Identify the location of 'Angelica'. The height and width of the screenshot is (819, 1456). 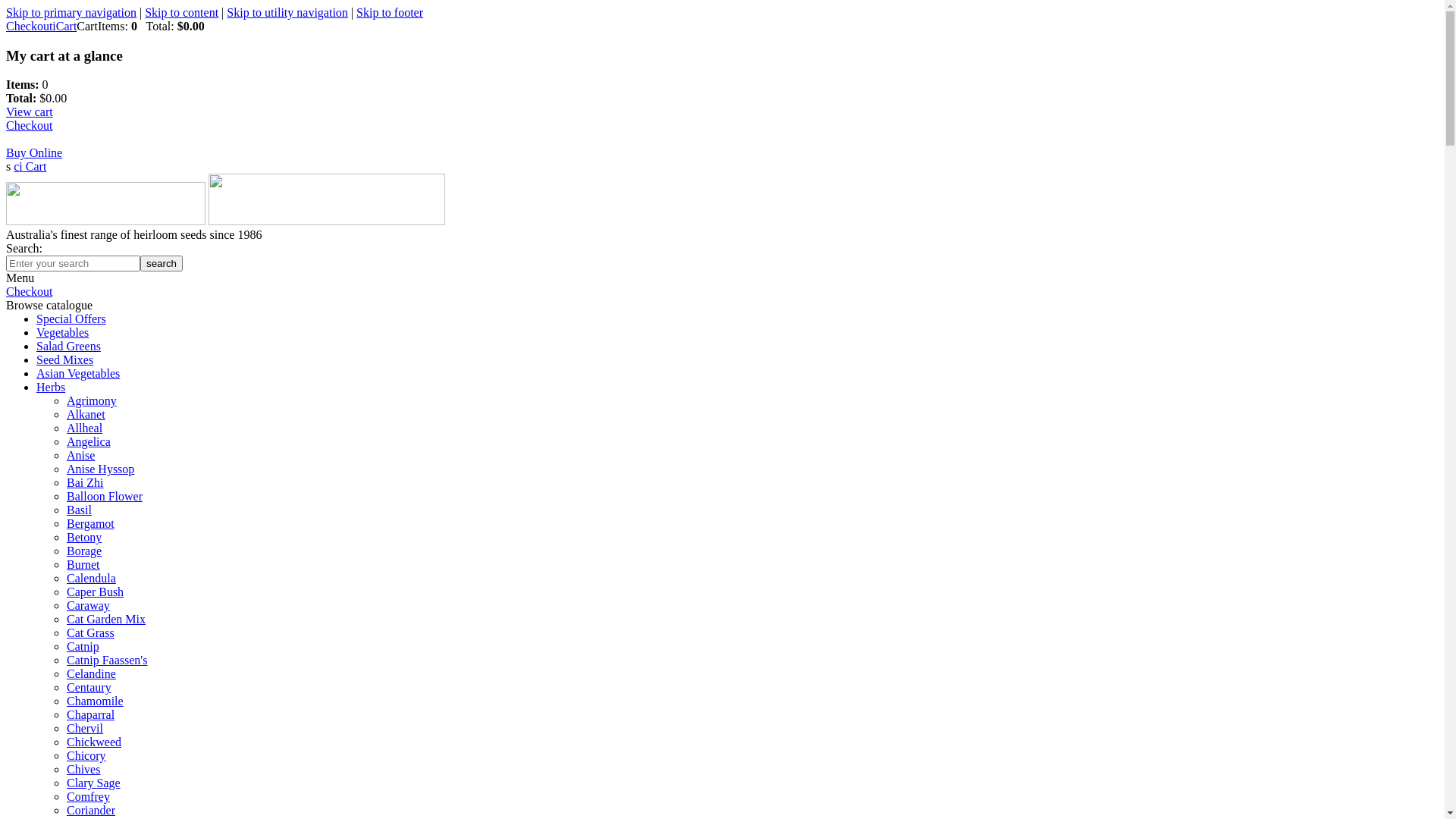
(87, 441).